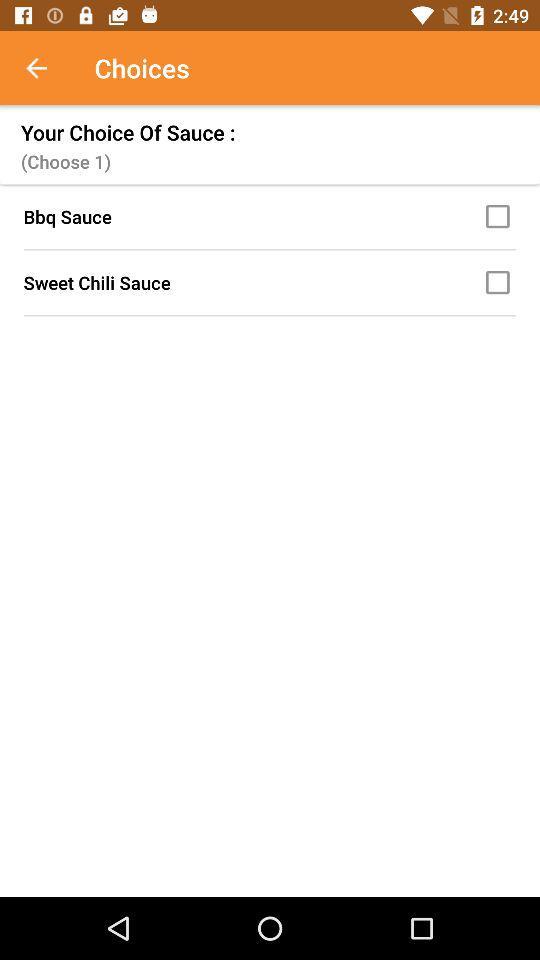 Image resolution: width=540 pixels, height=960 pixels. Describe the element at coordinates (500, 281) in the screenshot. I see `sweet chili sauce` at that location.